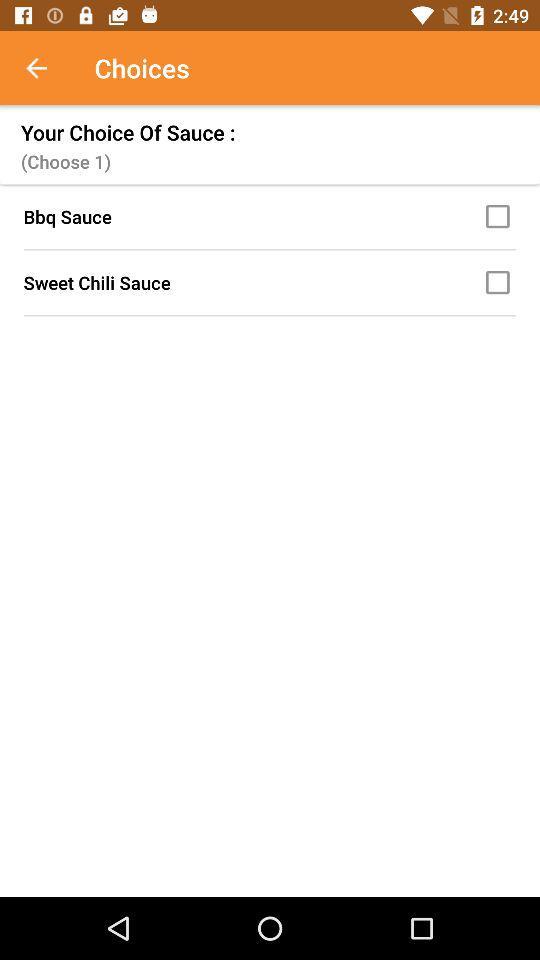 Image resolution: width=540 pixels, height=960 pixels. Describe the element at coordinates (500, 281) in the screenshot. I see `sweet chili sauce` at that location.